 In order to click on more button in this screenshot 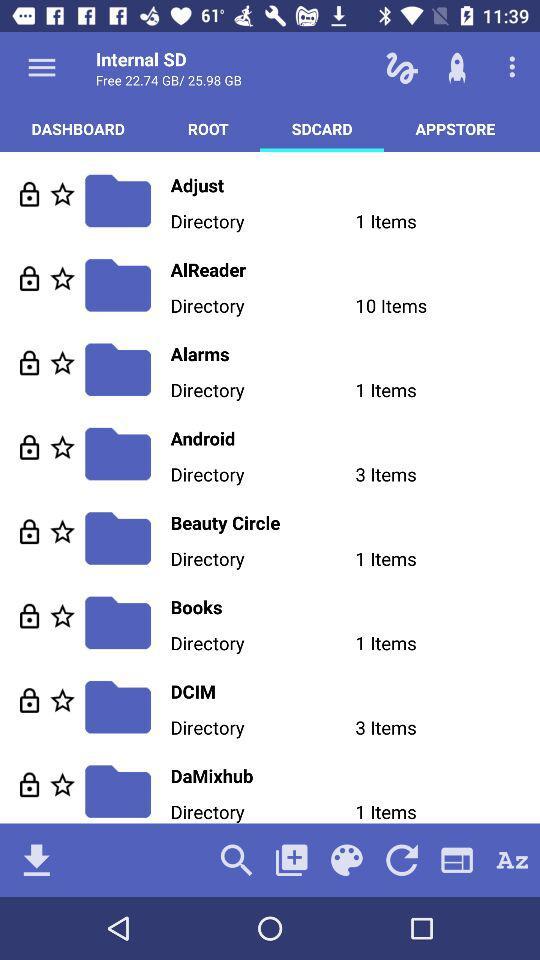, I will do `click(42, 67)`.